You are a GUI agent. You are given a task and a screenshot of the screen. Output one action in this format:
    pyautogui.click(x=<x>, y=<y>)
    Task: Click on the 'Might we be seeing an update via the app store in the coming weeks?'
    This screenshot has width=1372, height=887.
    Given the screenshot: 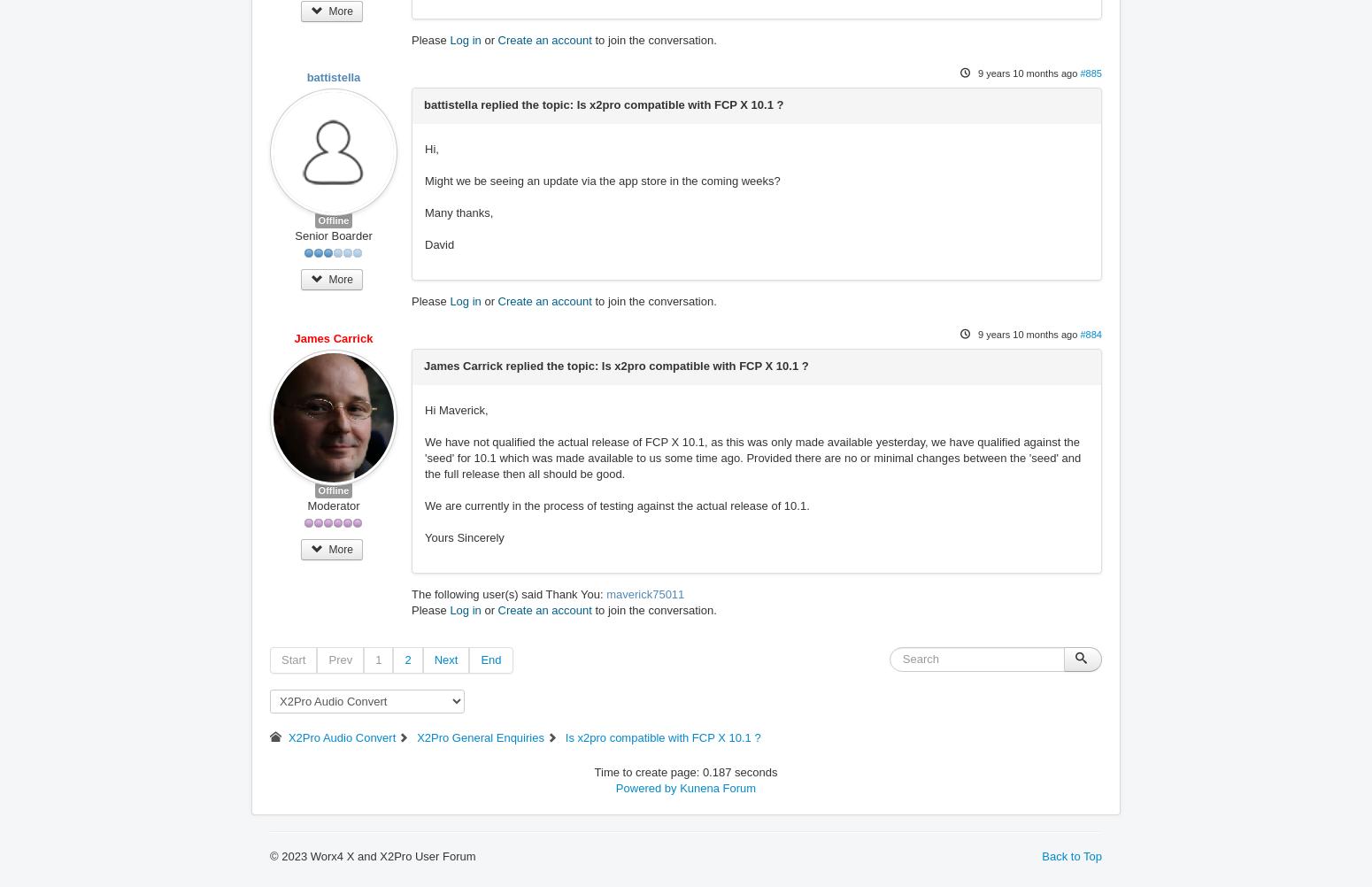 What is the action you would take?
    pyautogui.click(x=601, y=181)
    